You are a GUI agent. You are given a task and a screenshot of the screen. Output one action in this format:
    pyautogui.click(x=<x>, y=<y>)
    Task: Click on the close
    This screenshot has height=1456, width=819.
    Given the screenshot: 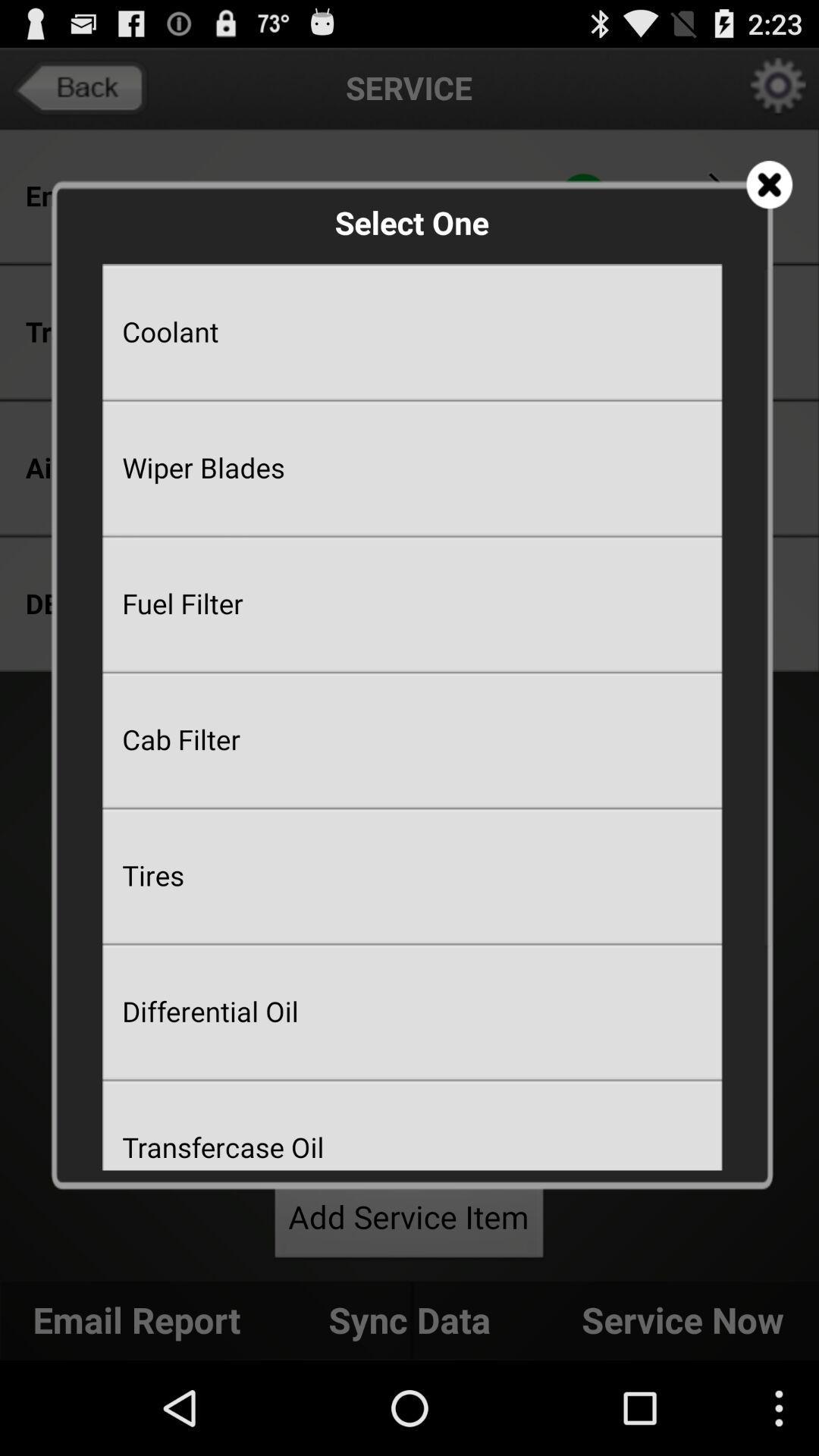 What is the action you would take?
    pyautogui.click(x=769, y=184)
    